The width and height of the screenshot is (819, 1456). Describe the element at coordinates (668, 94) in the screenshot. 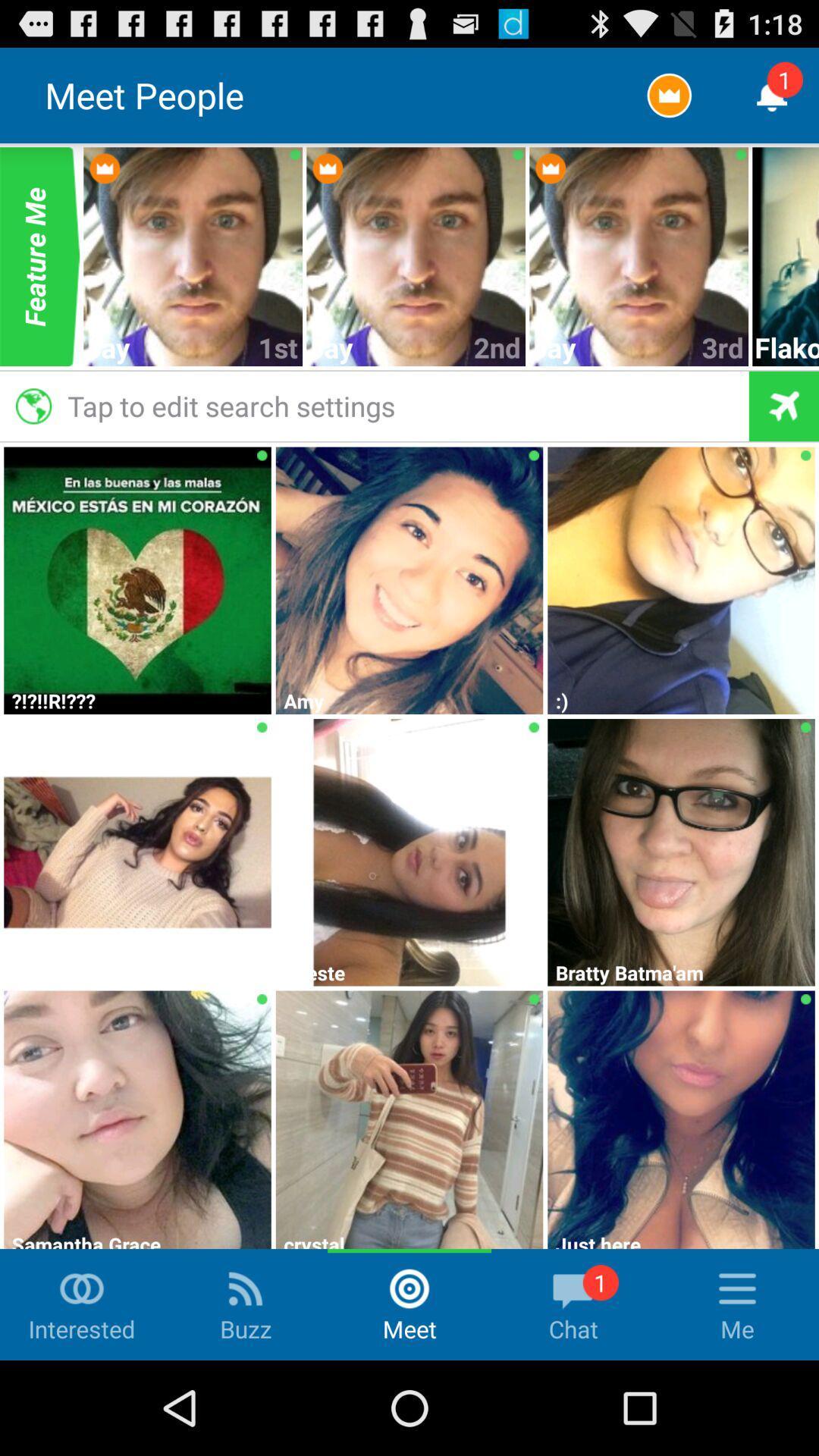

I see `icon on the right side of meet people` at that location.